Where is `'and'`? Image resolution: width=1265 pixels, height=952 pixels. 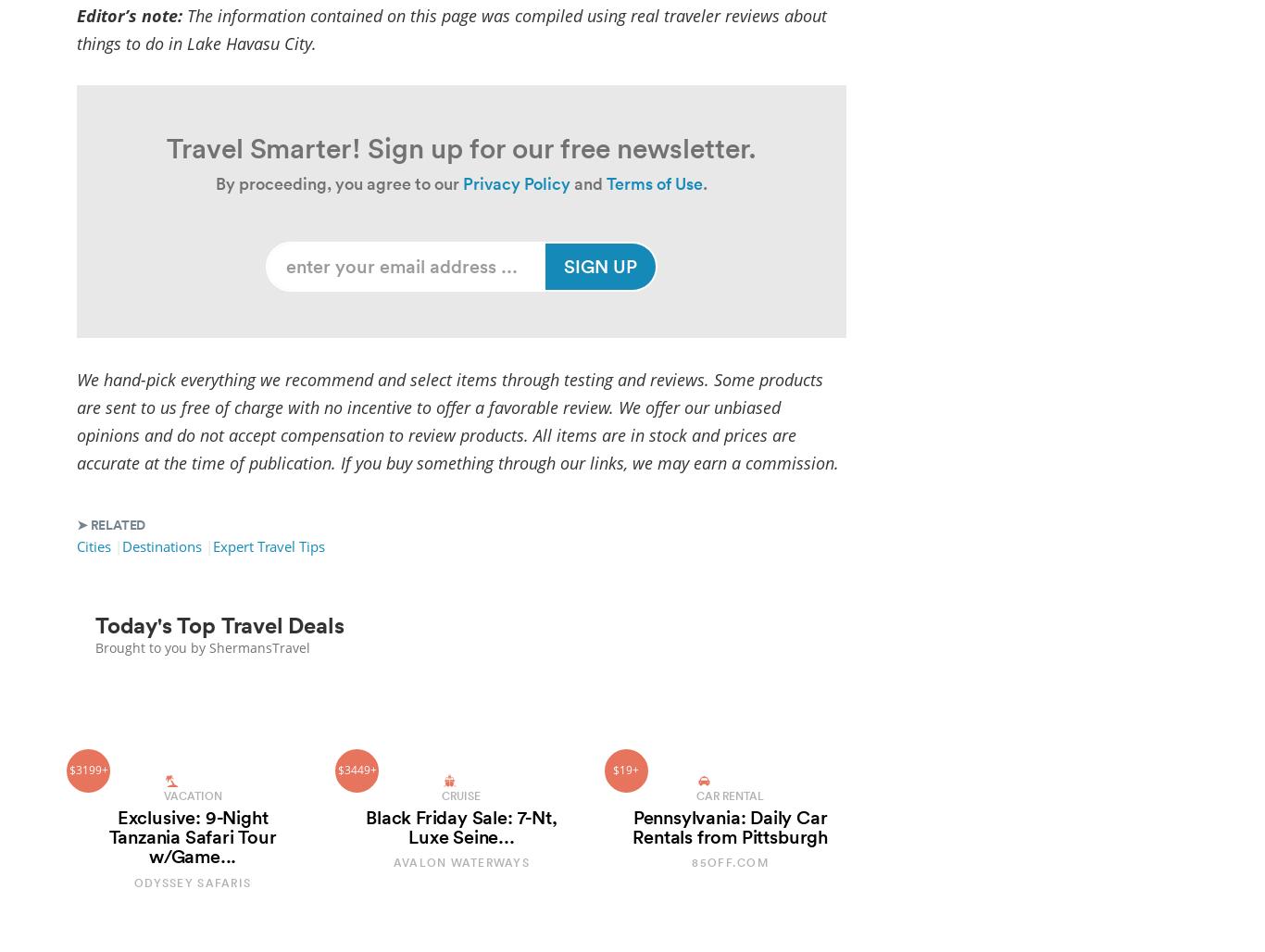
'and' is located at coordinates (586, 182).